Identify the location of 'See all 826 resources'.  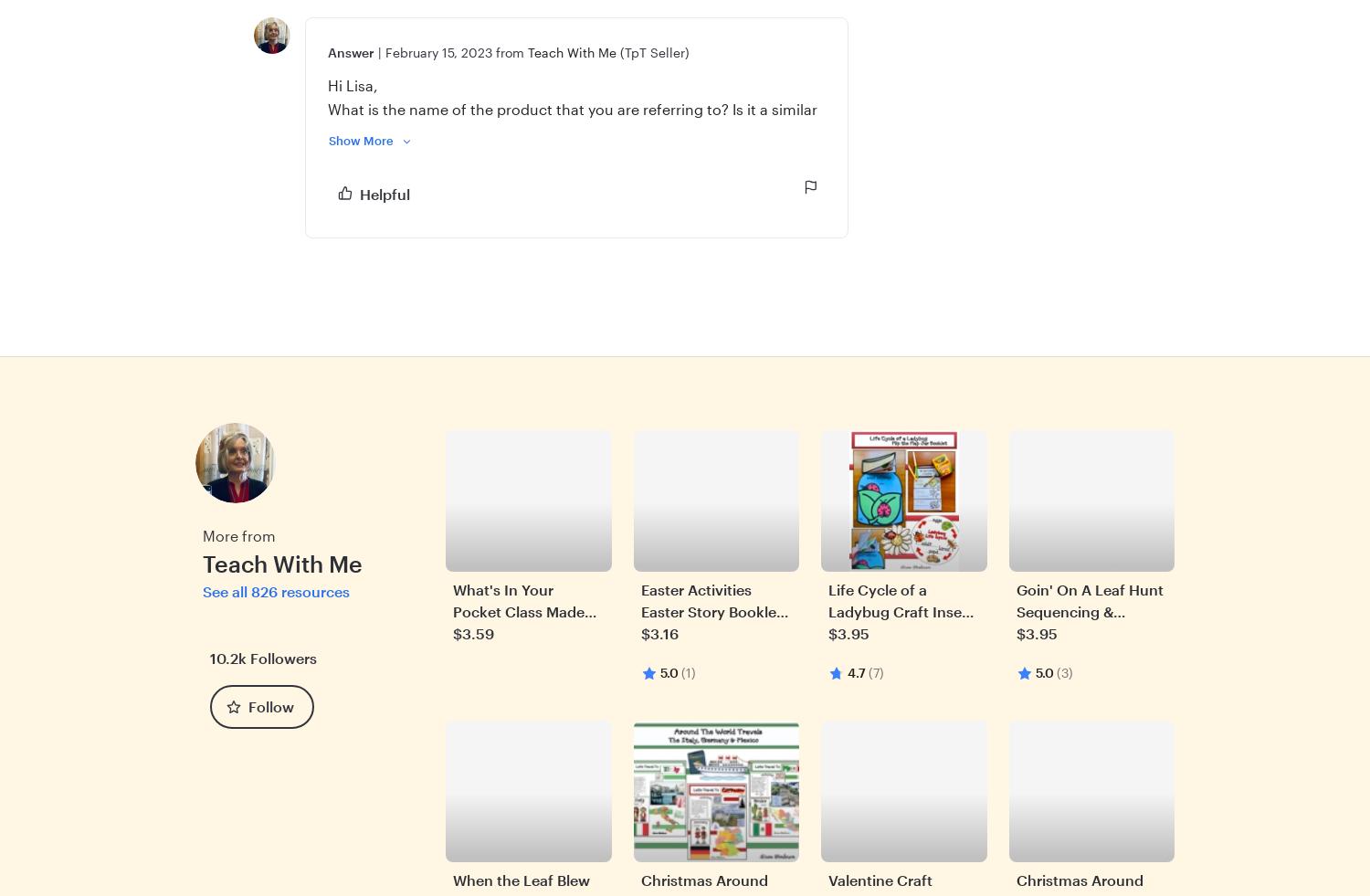
(276, 590).